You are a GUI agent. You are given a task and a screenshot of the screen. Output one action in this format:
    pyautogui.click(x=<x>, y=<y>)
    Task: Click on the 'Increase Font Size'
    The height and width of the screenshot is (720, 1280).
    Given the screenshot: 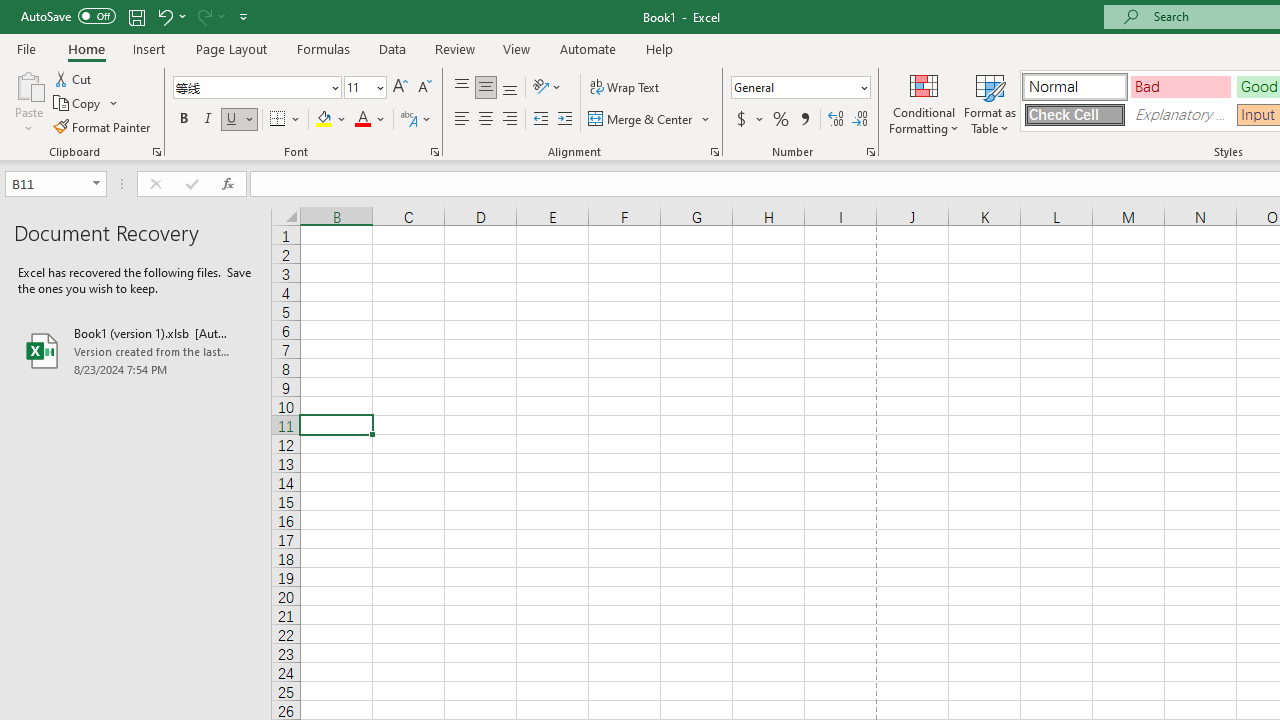 What is the action you would take?
    pyautogui.click(x=400, y=86)
    